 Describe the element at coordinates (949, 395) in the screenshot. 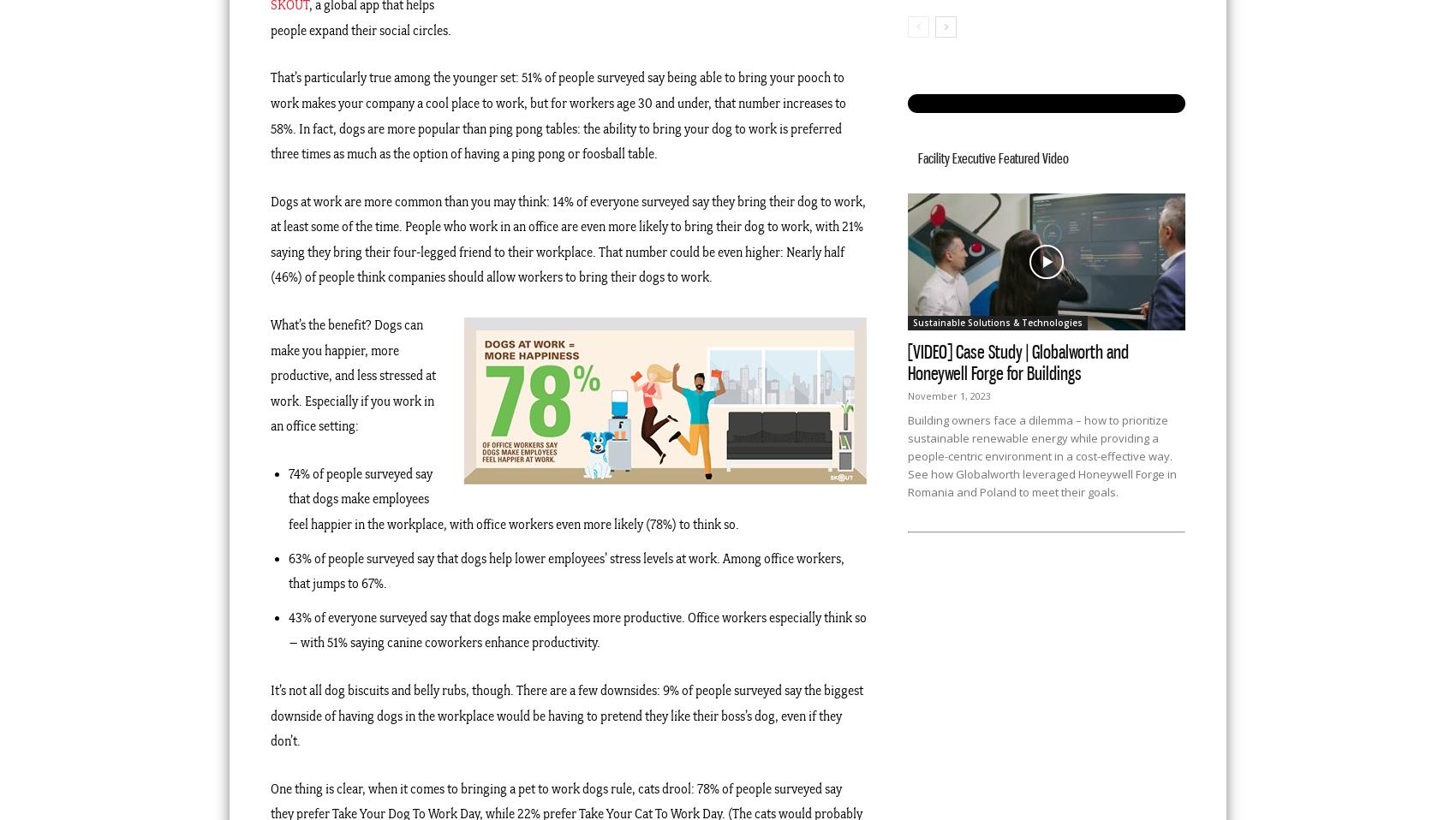

I see `'November 1, 2023'` at that location.